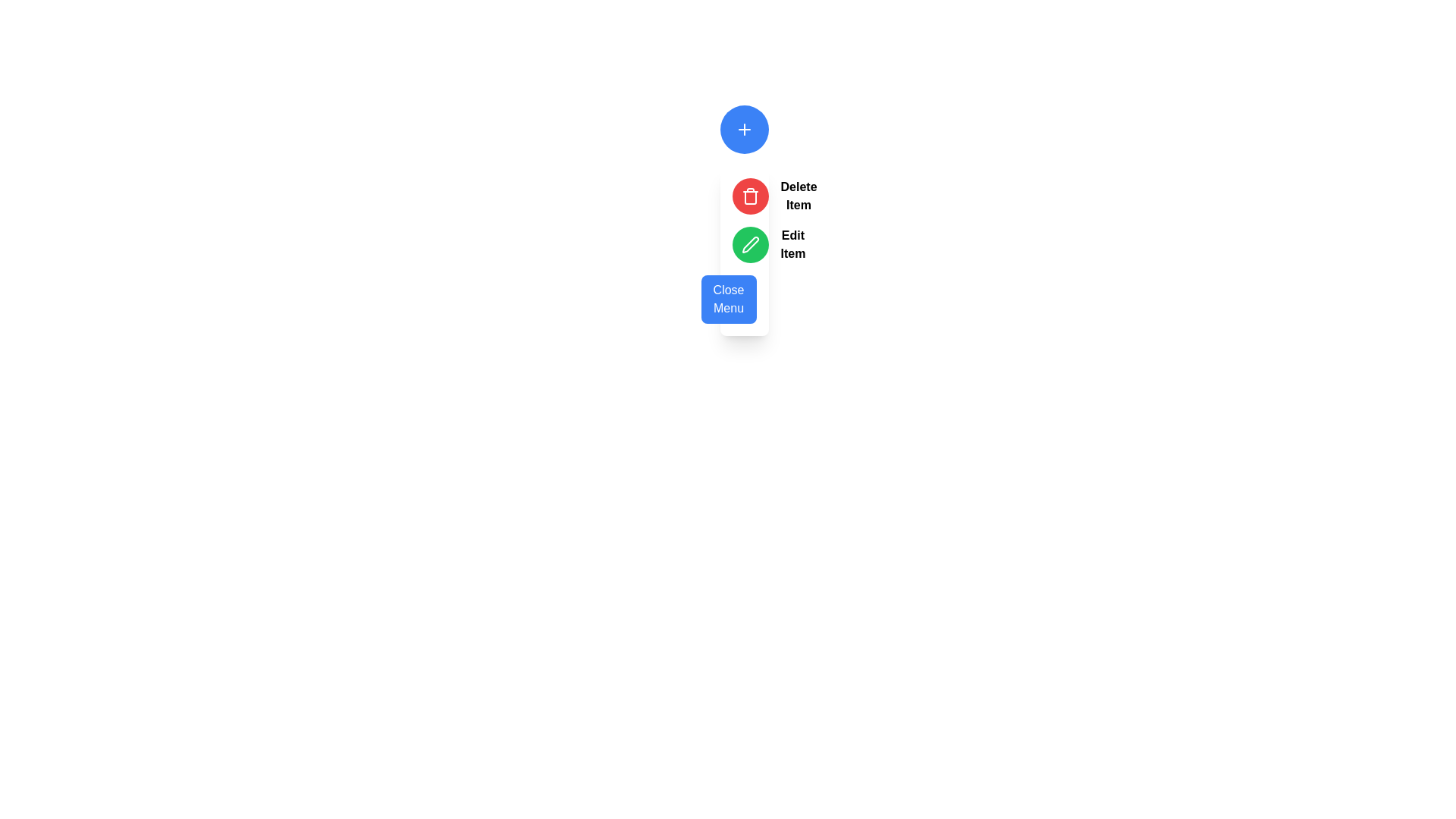 The image size is (1456, 819). What do you see at coordinates (750, 244) in the screenshot?
I see `the icon button depicting a pen or pencil with a green circular background` at bounding box center [750, 244].